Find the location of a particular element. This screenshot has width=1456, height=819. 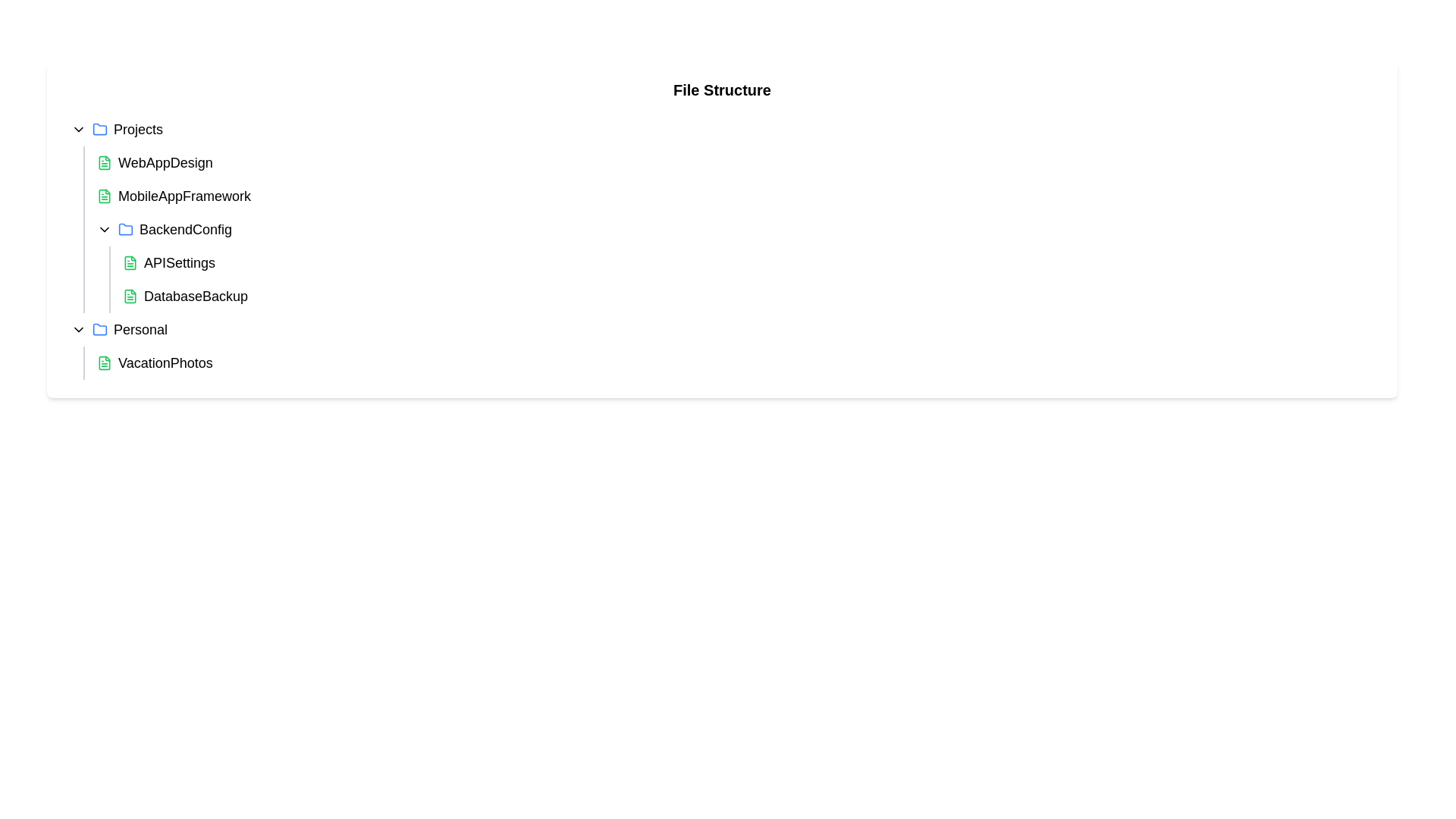

the static text label displaying the word 'Personal' in bold is located at coordinates (140, 329).